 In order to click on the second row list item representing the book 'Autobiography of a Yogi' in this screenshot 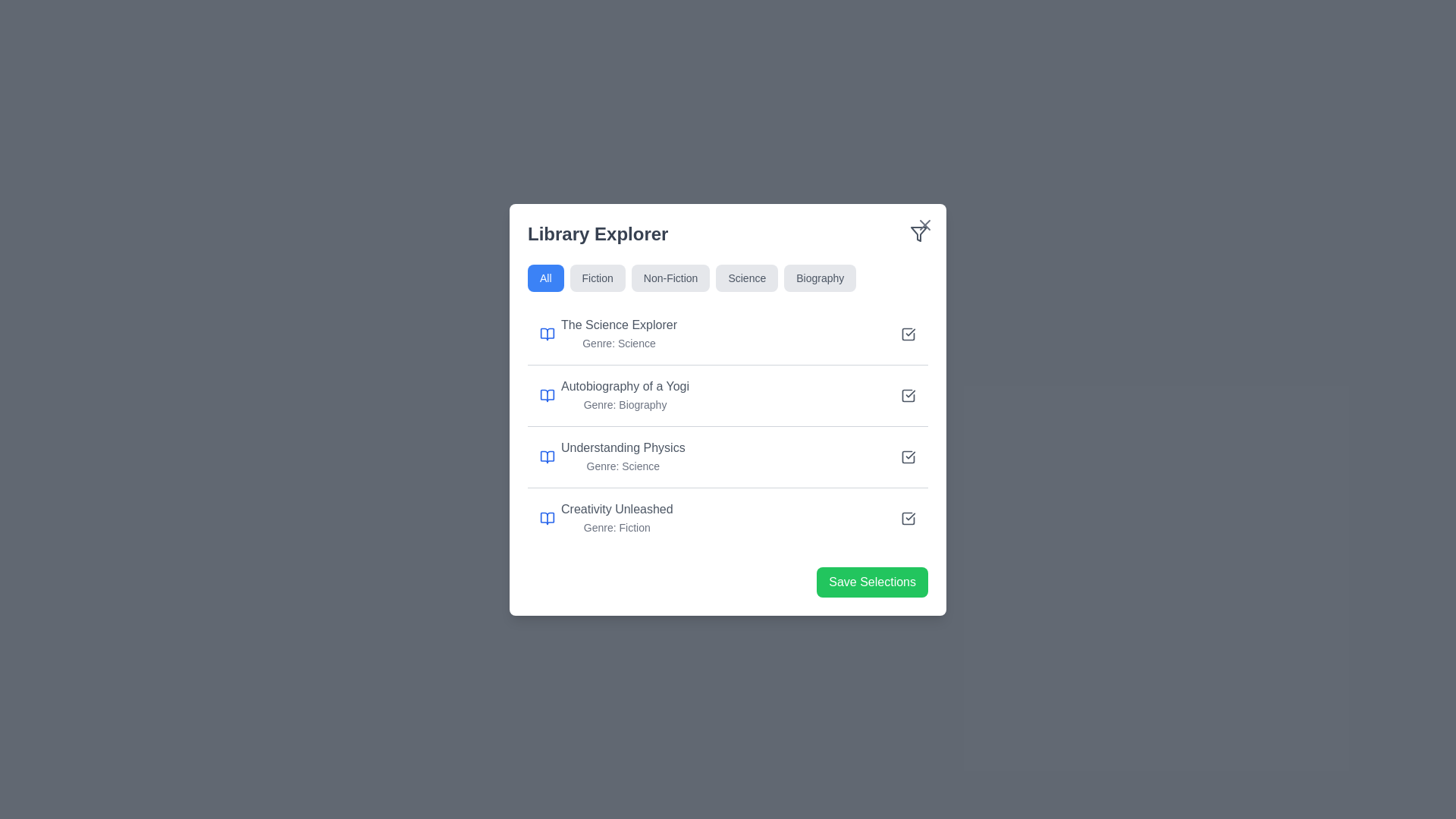, I will do `click(728, 394)`.